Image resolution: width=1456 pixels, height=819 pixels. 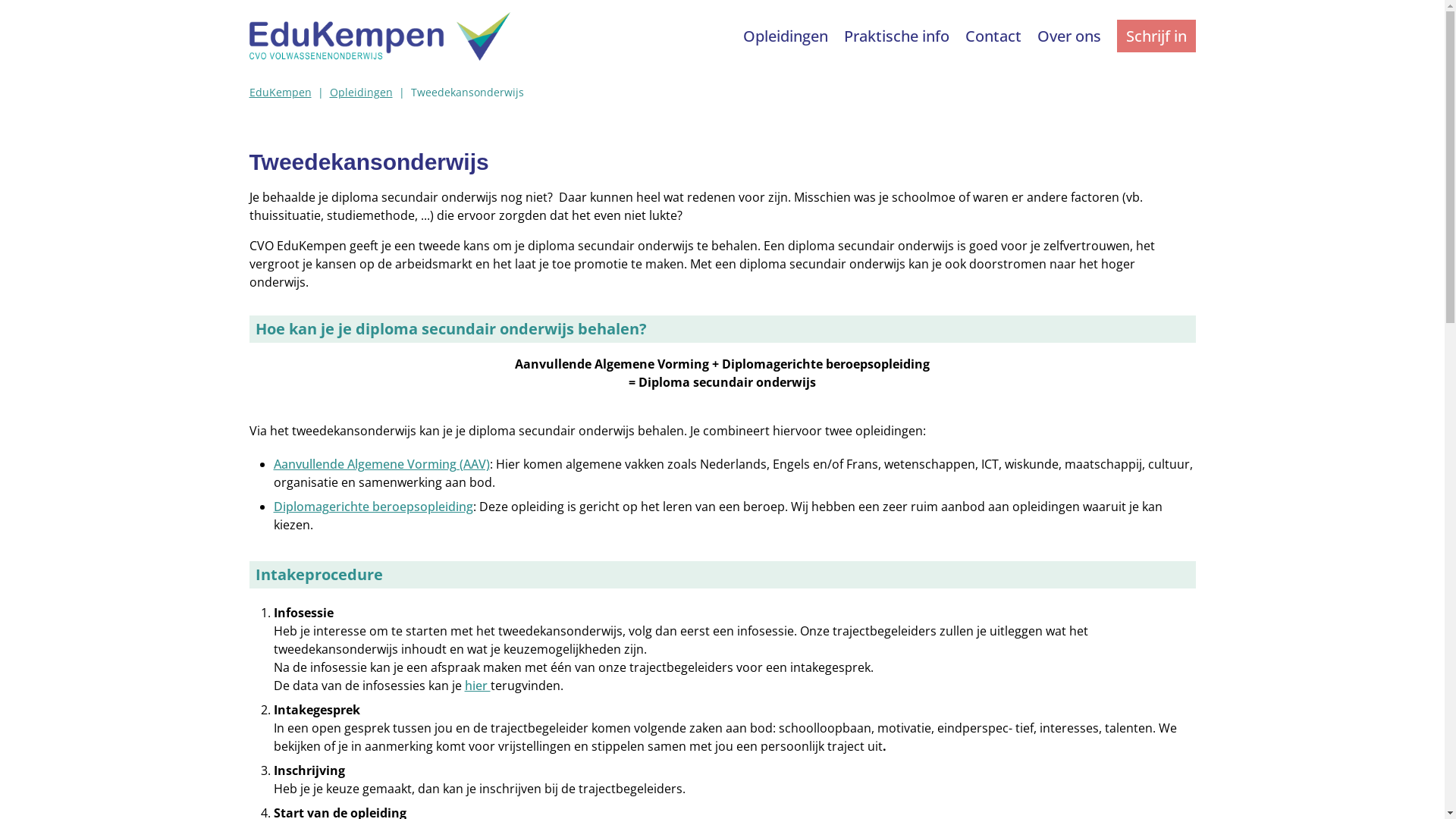 What do you see at coordinates (898, 35) in the screenshot?
I see `'Praktische info'` at bounding box center [898, 35].